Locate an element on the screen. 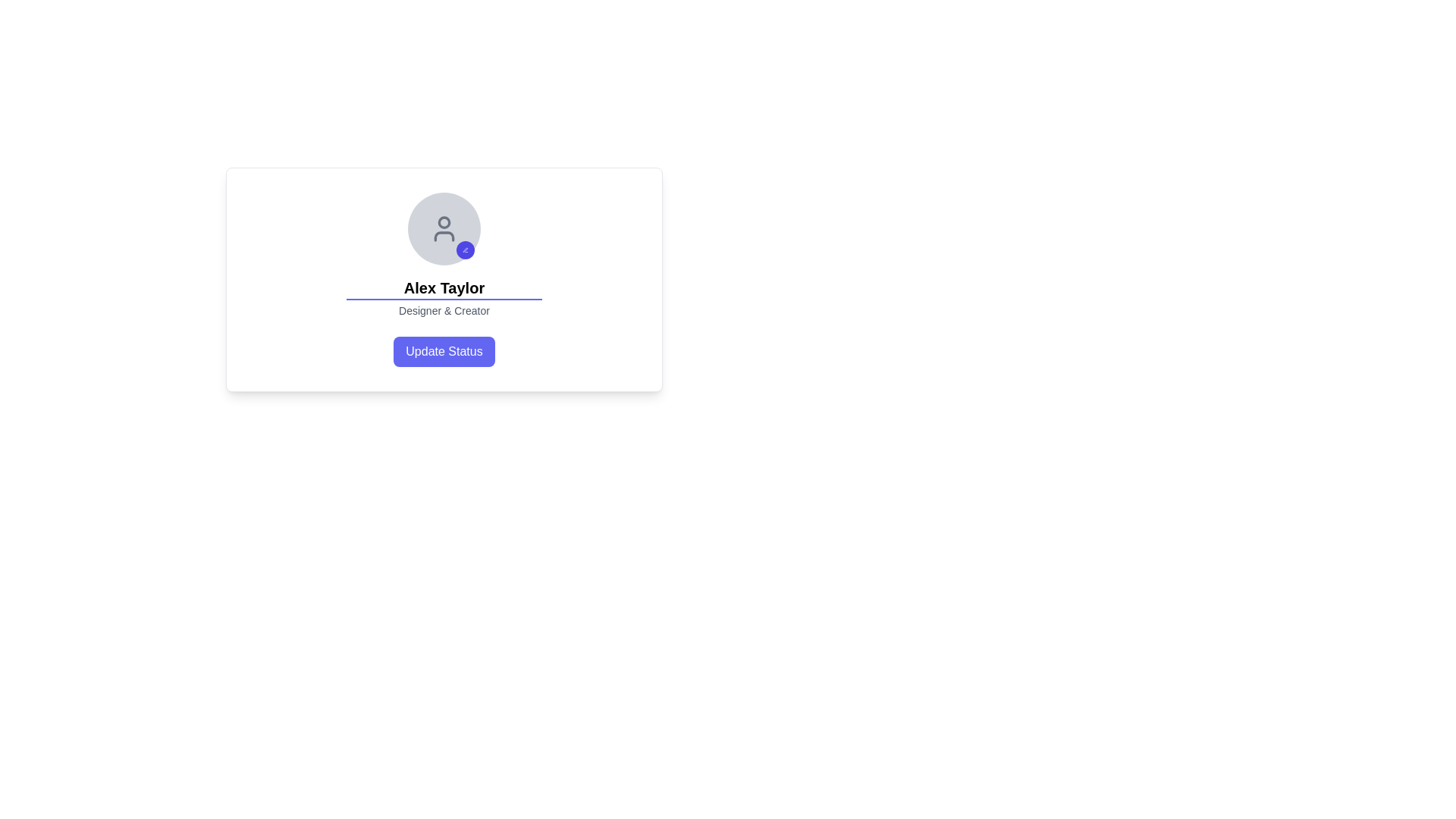 Image resolution: width=1456 pixels, height=819 pixels. the text label that displays 'Designer & Creator' which is located below 'Alex Taylor' and above the 'Update Status' button is located at coordinates (443, 309).